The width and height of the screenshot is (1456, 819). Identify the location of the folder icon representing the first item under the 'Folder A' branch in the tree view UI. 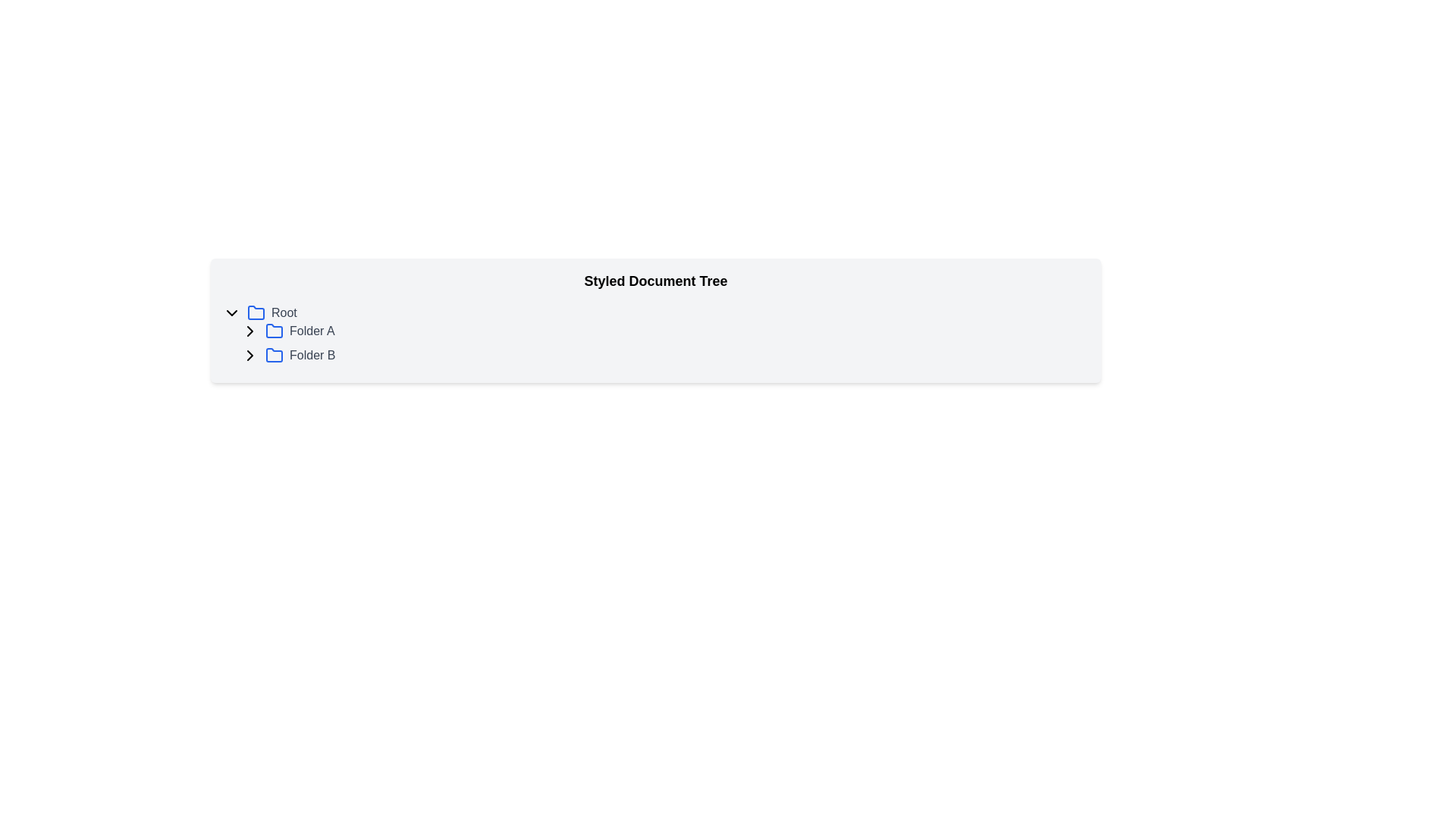
(274, 329).